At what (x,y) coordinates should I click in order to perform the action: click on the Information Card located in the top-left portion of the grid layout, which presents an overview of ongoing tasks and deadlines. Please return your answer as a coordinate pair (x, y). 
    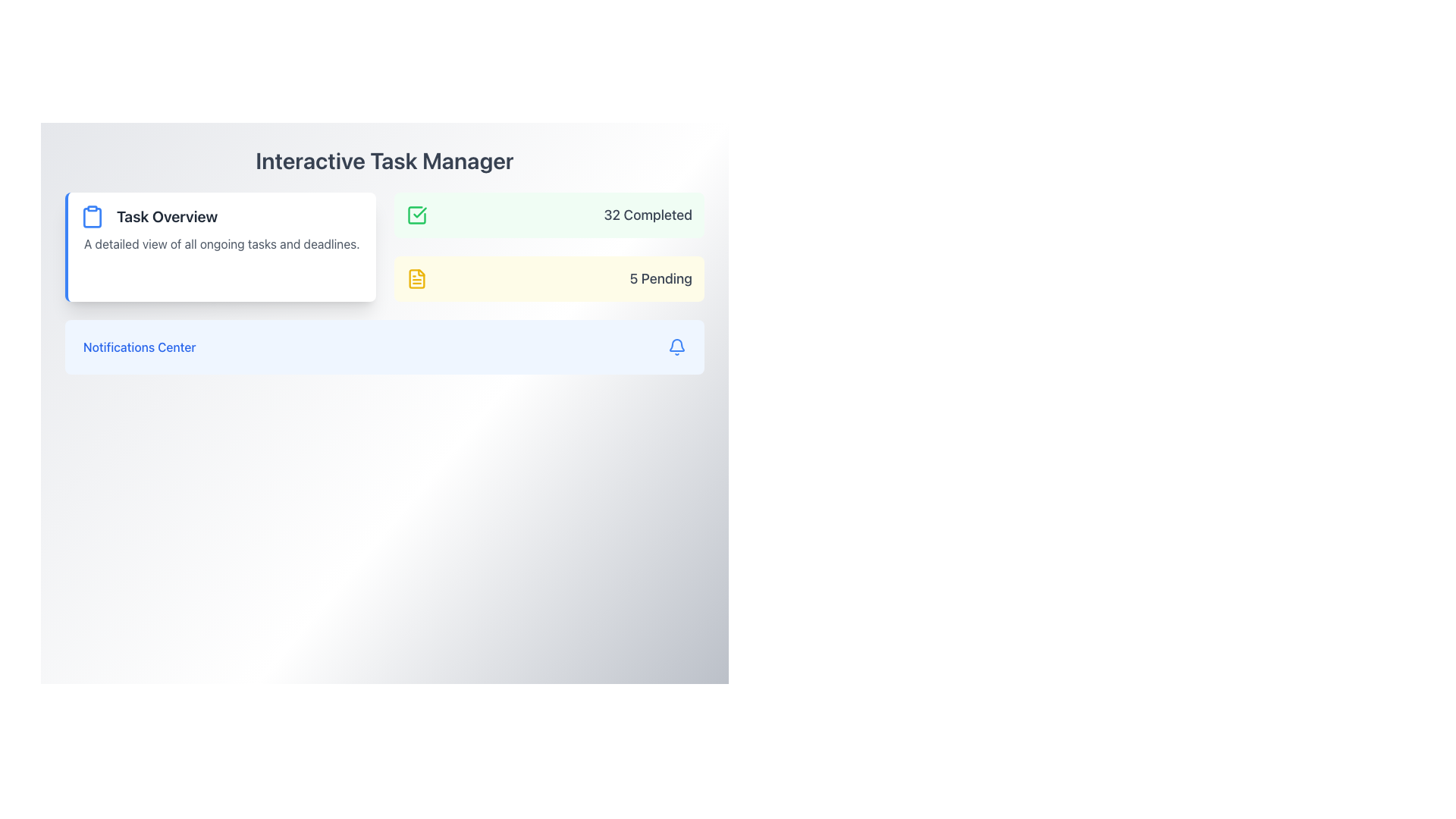
    Looking at the image, I should click on (219, 246).